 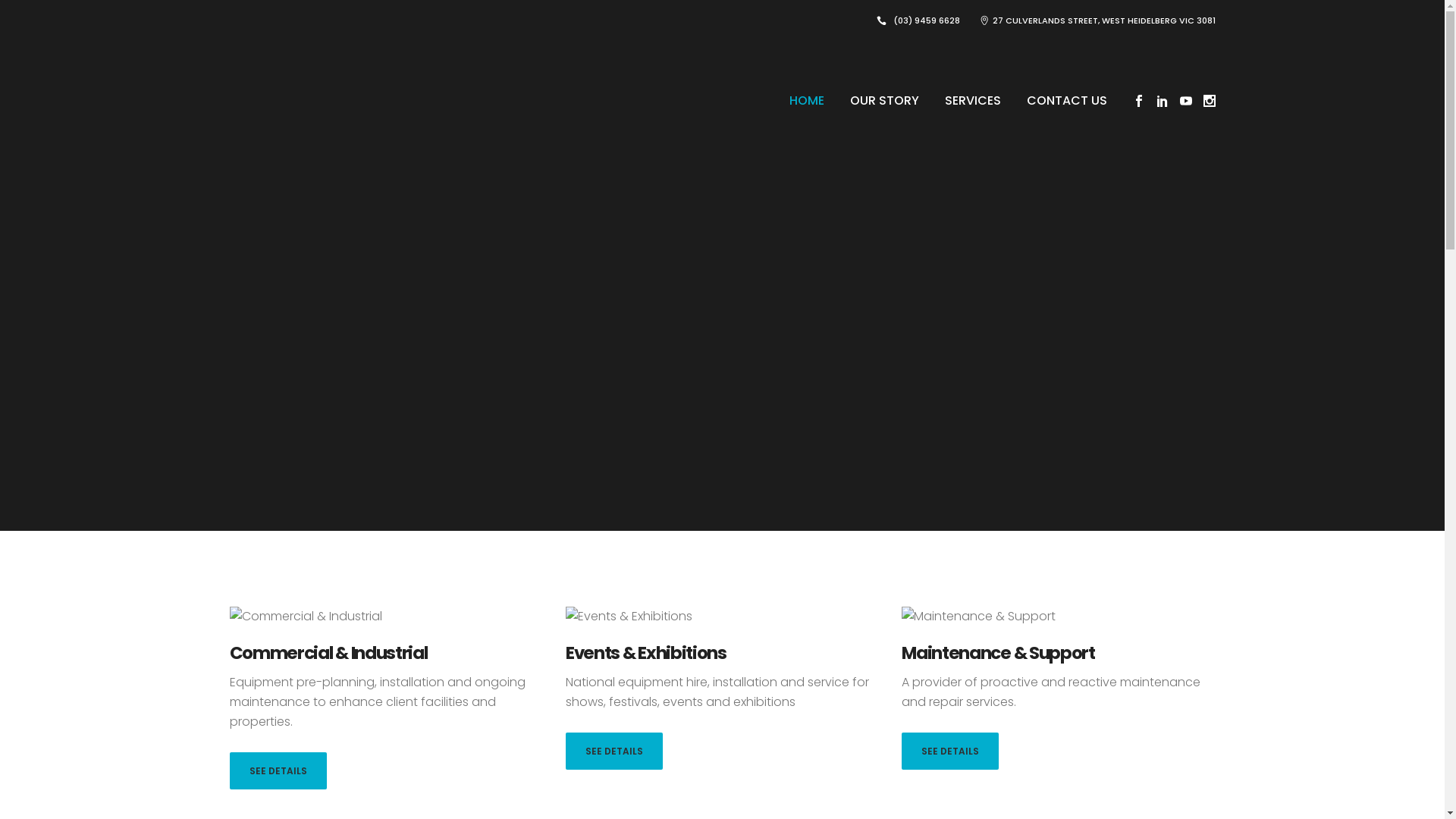 What do you see at coordinates (884, 100) in the screenshot?
I see `'OUR STORY'` at bounding box center [884, 100].